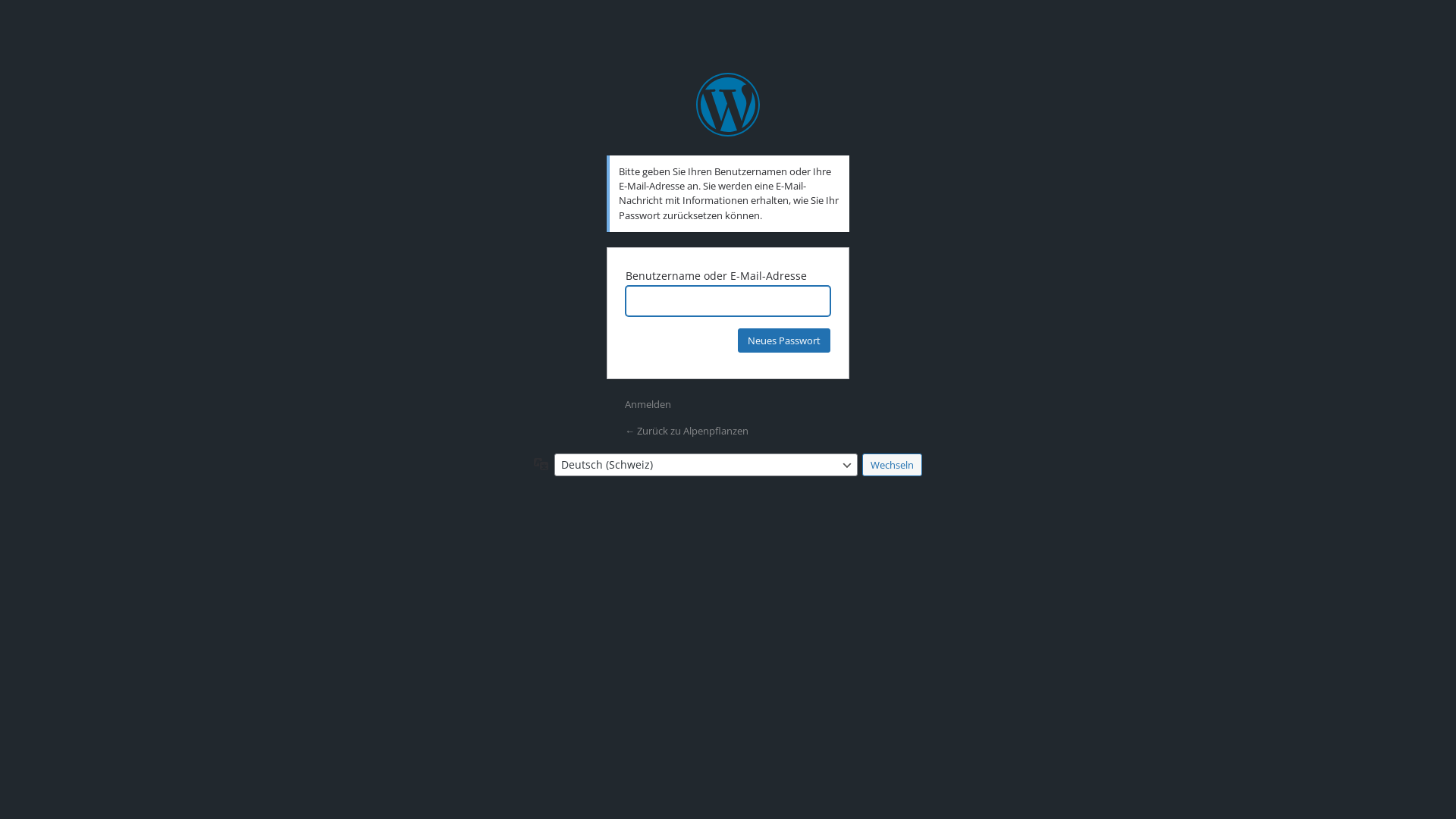 The image size is (1456, 819). Describe the element at coordinates (783, 339) in the screenshot. I see `'Neues Passwort'` at that location.